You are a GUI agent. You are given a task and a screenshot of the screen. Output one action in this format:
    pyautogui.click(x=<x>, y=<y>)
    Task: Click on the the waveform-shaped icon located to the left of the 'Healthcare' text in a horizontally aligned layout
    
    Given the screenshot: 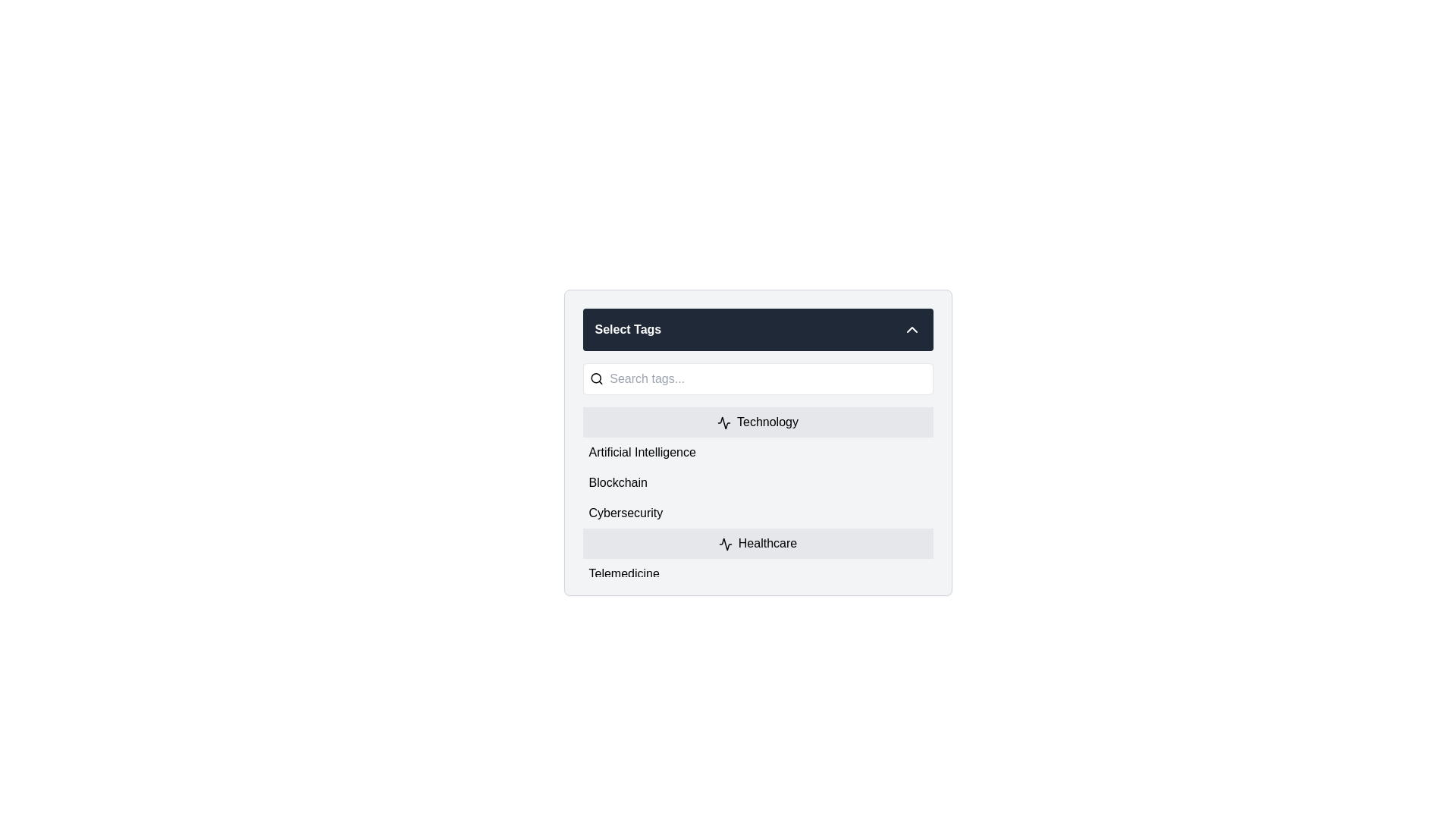 What is the action you would take?
    pyautogui.click(x=724, y=543)
    